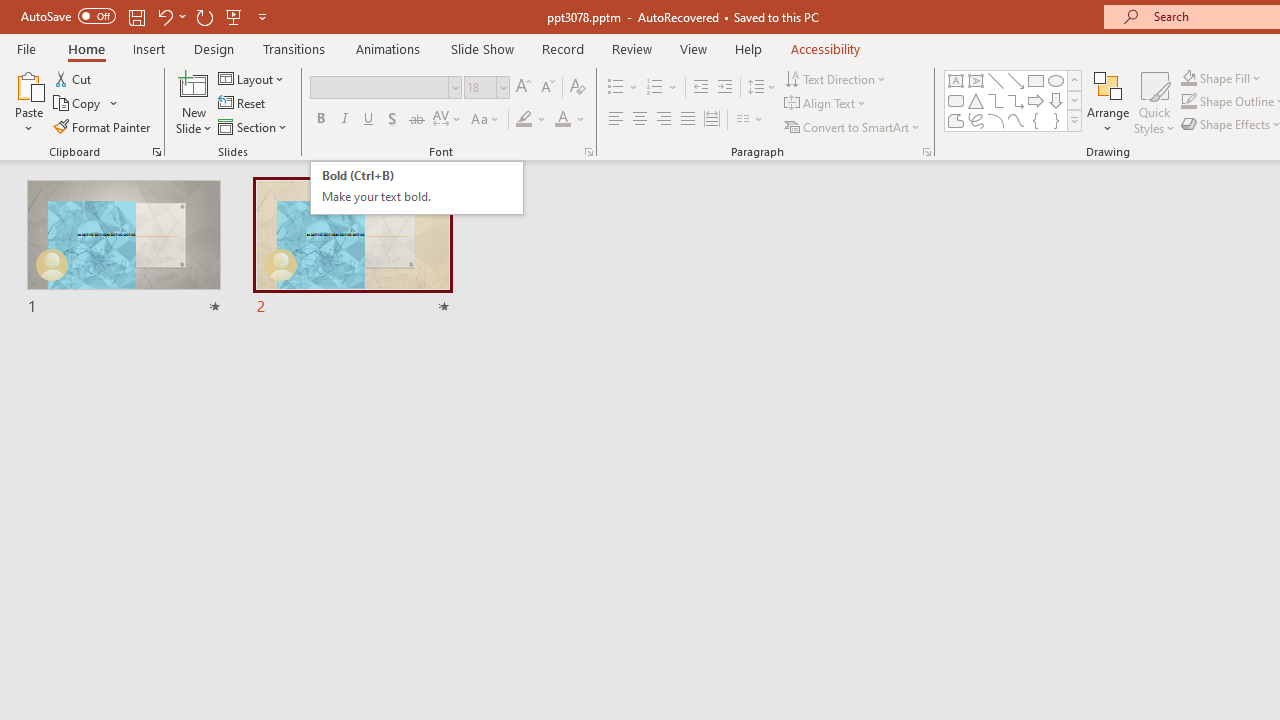  What do you see at coordinates (1189, 77) in the screenshot?
I see `'Shape Fill Dark Green, Accent 2'` at bounding box center [1189, 77].